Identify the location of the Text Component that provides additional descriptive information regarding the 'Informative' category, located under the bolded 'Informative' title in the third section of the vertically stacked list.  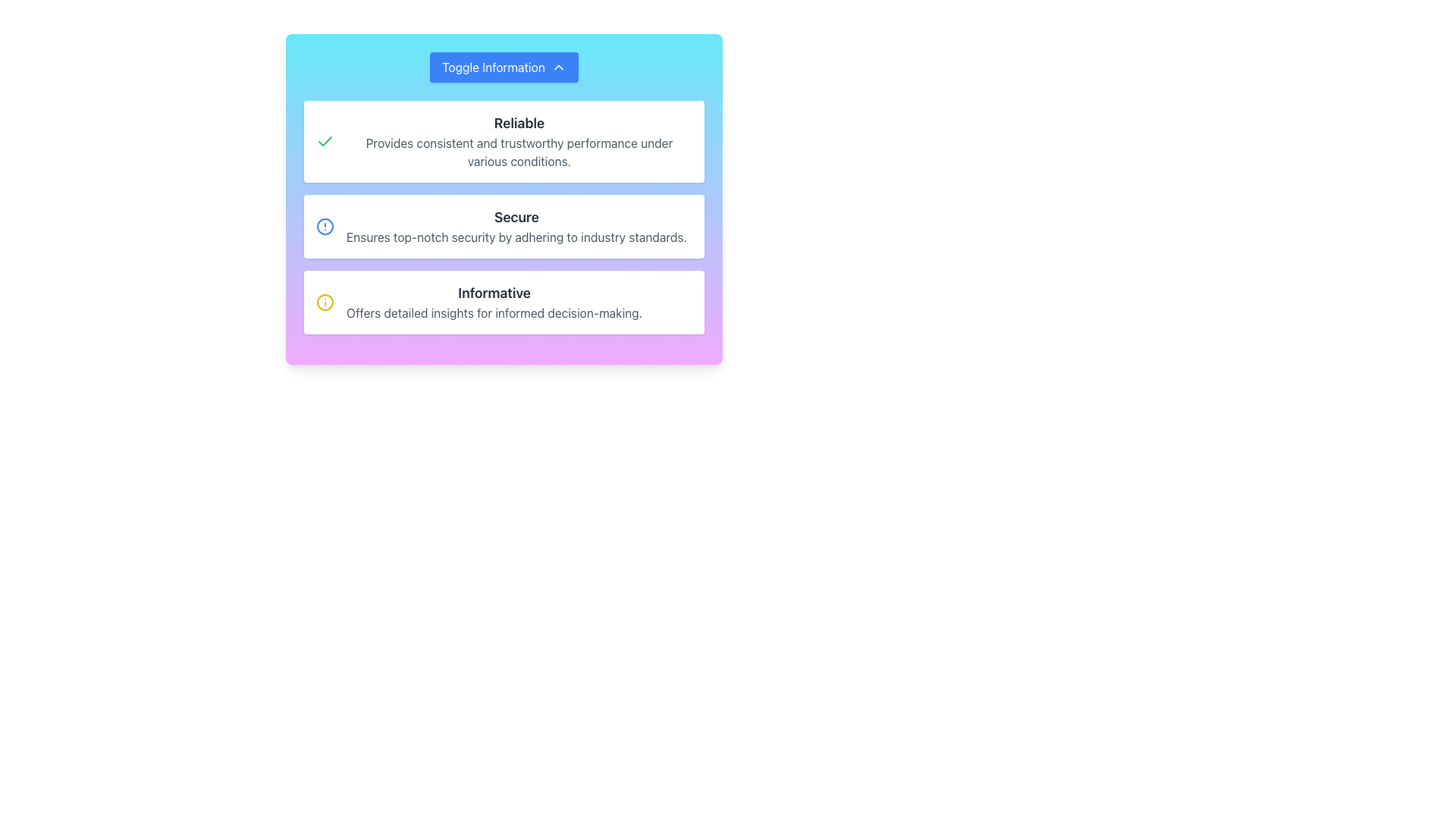
(494, 312).